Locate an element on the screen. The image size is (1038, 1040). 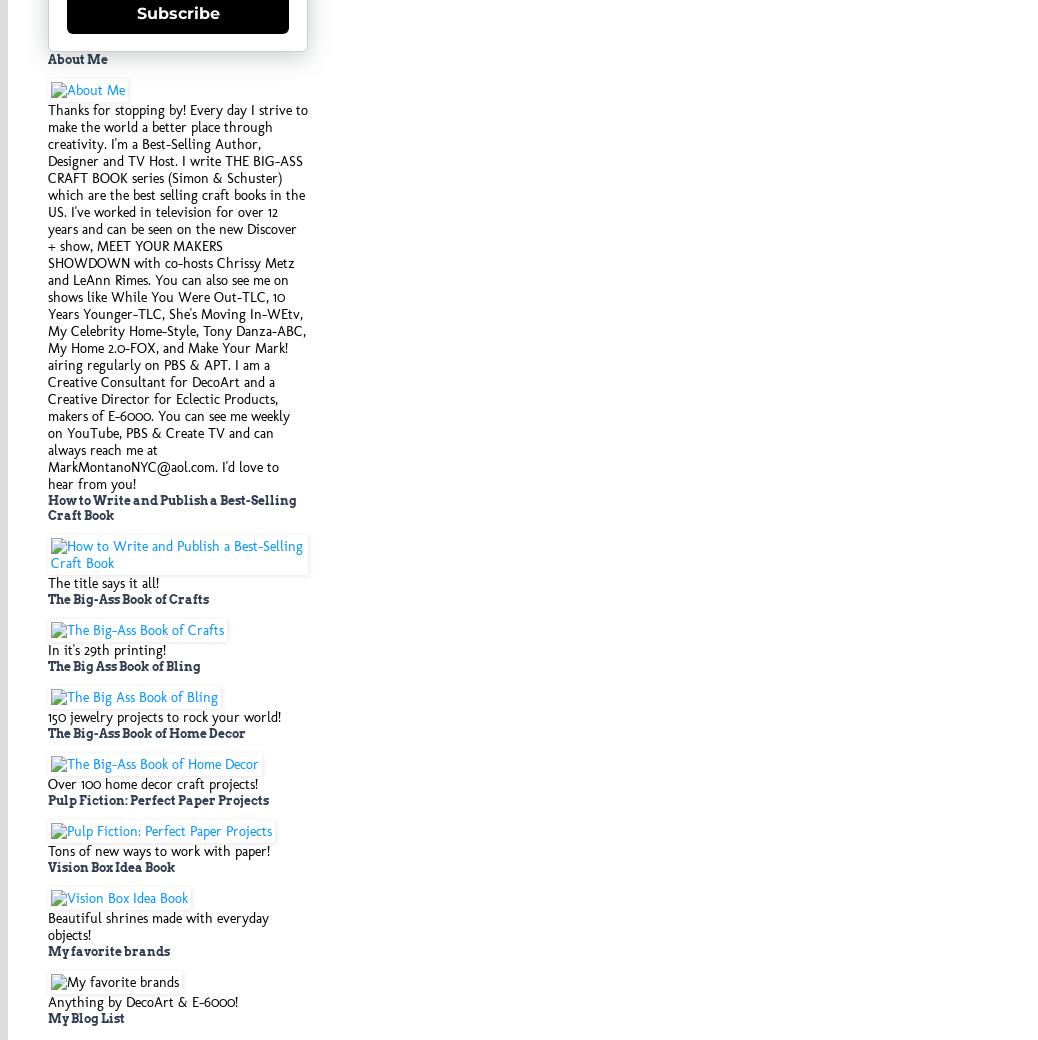
'Pulp Fiction:  Perfect Paper Projects' is located at coordinates (157, 798).